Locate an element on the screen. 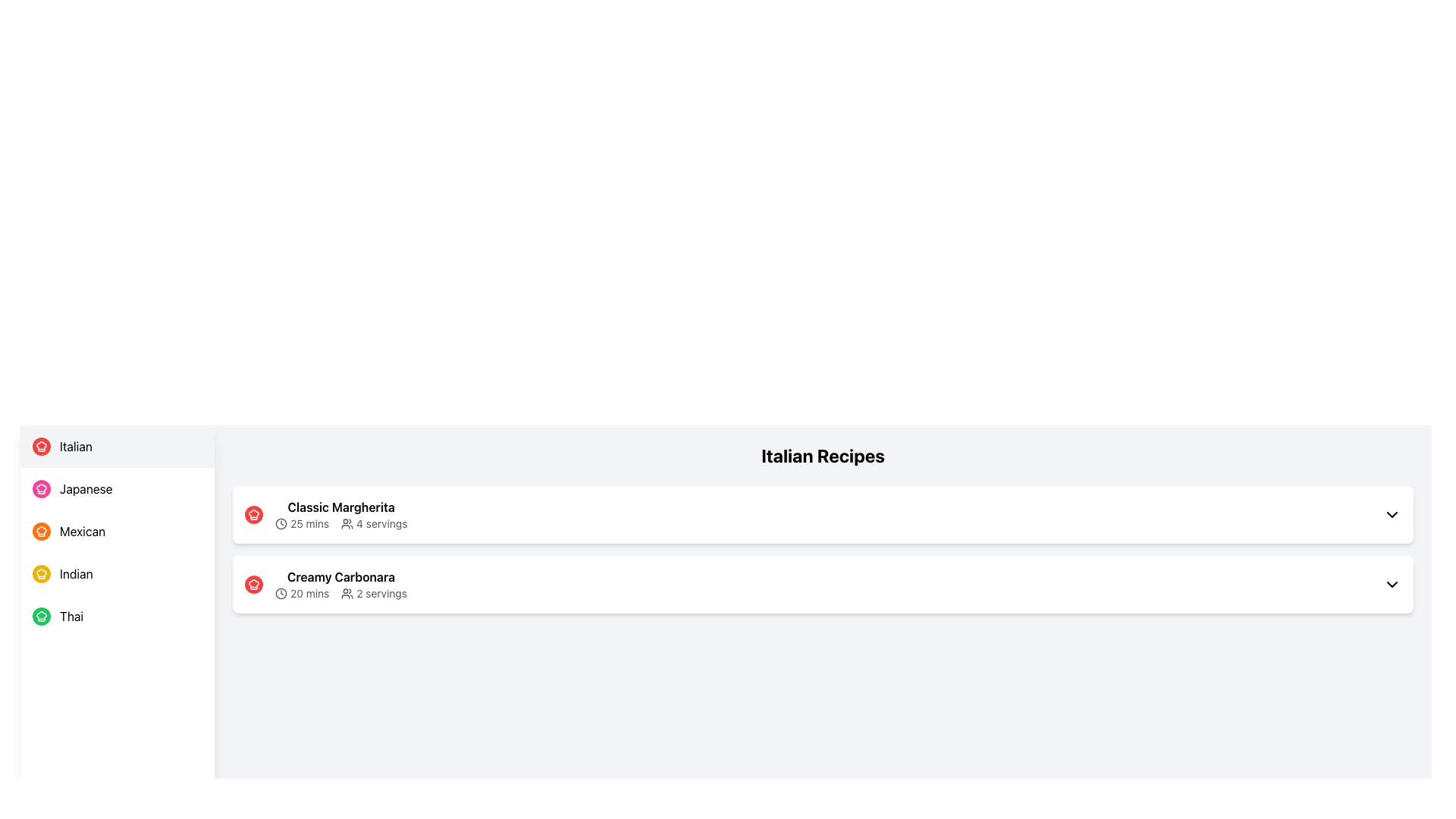 The image size is (1456, 819). the text label displaying 'Indian' in bold font style, located in the fourth position of the vertical menu list is located at coordinates (75, 573).